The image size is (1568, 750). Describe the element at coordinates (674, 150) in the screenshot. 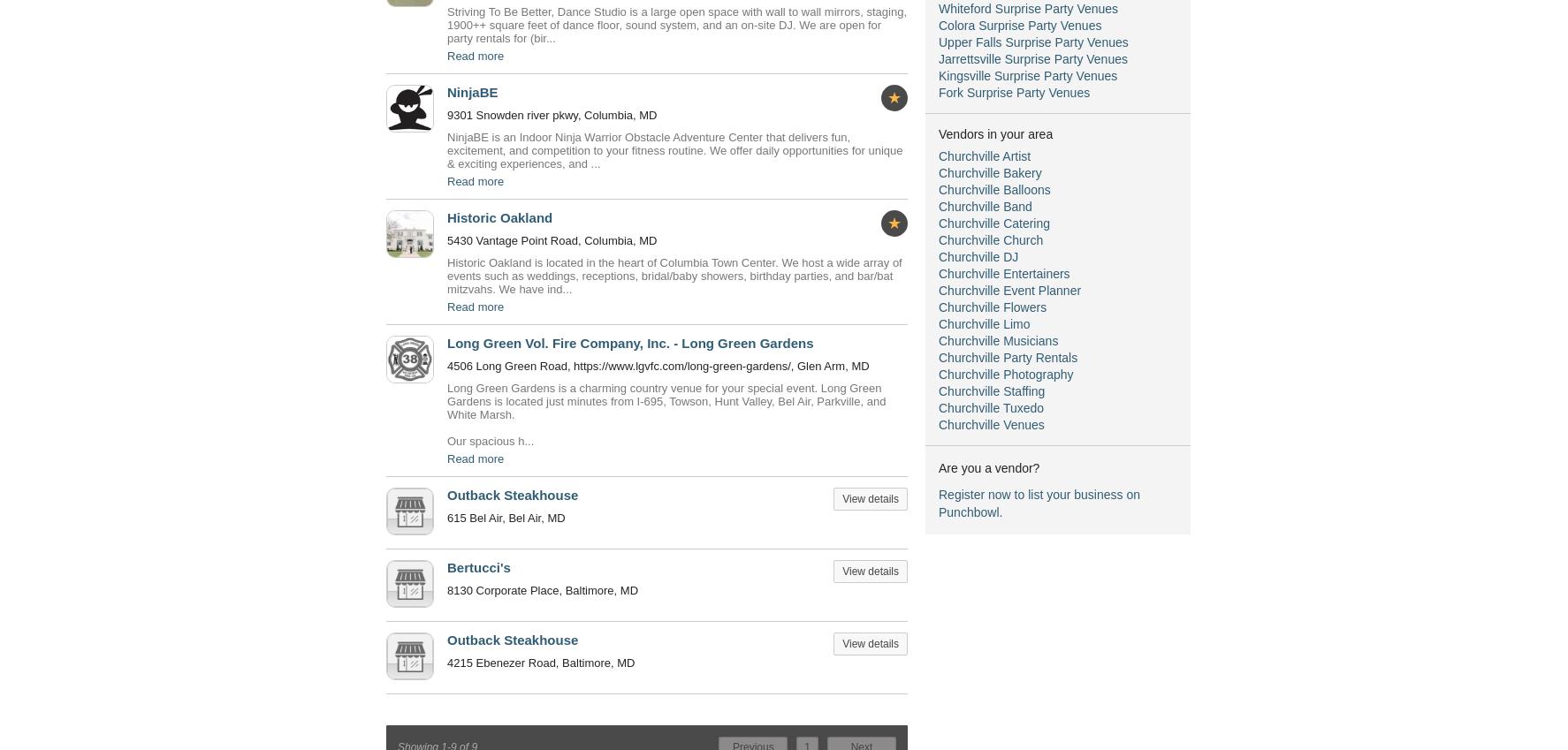

I see `'NinjaBE is an Indoor Ninja Warrior Obstacle Adventure Center that delivers fun, excitement, and competition to your fitness routine. We offer daily opportunities for unique & exciting experiences, and ...'` at that location.